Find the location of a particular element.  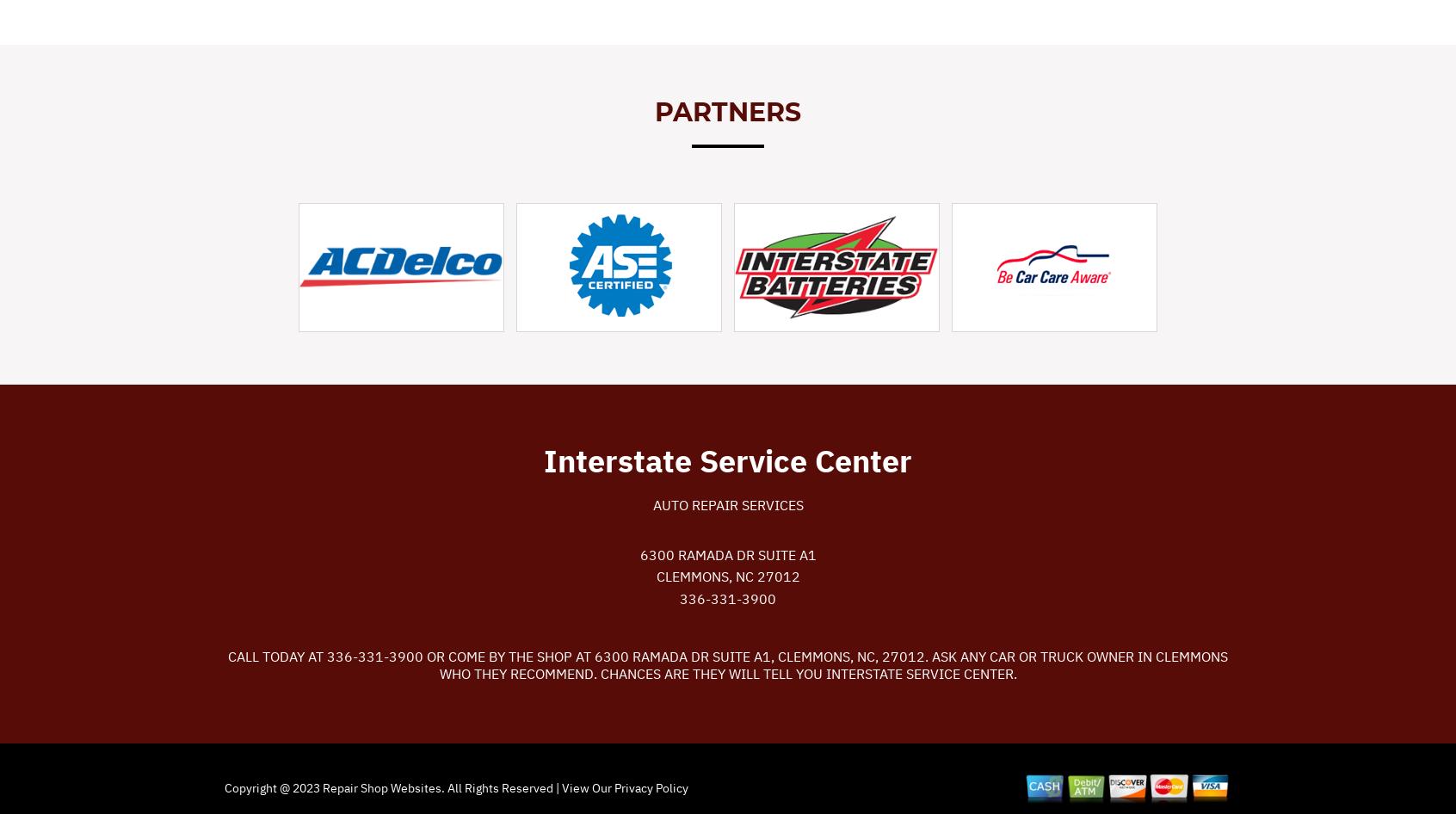

'Interstate Service Center' is located at coordinates (542, 459).